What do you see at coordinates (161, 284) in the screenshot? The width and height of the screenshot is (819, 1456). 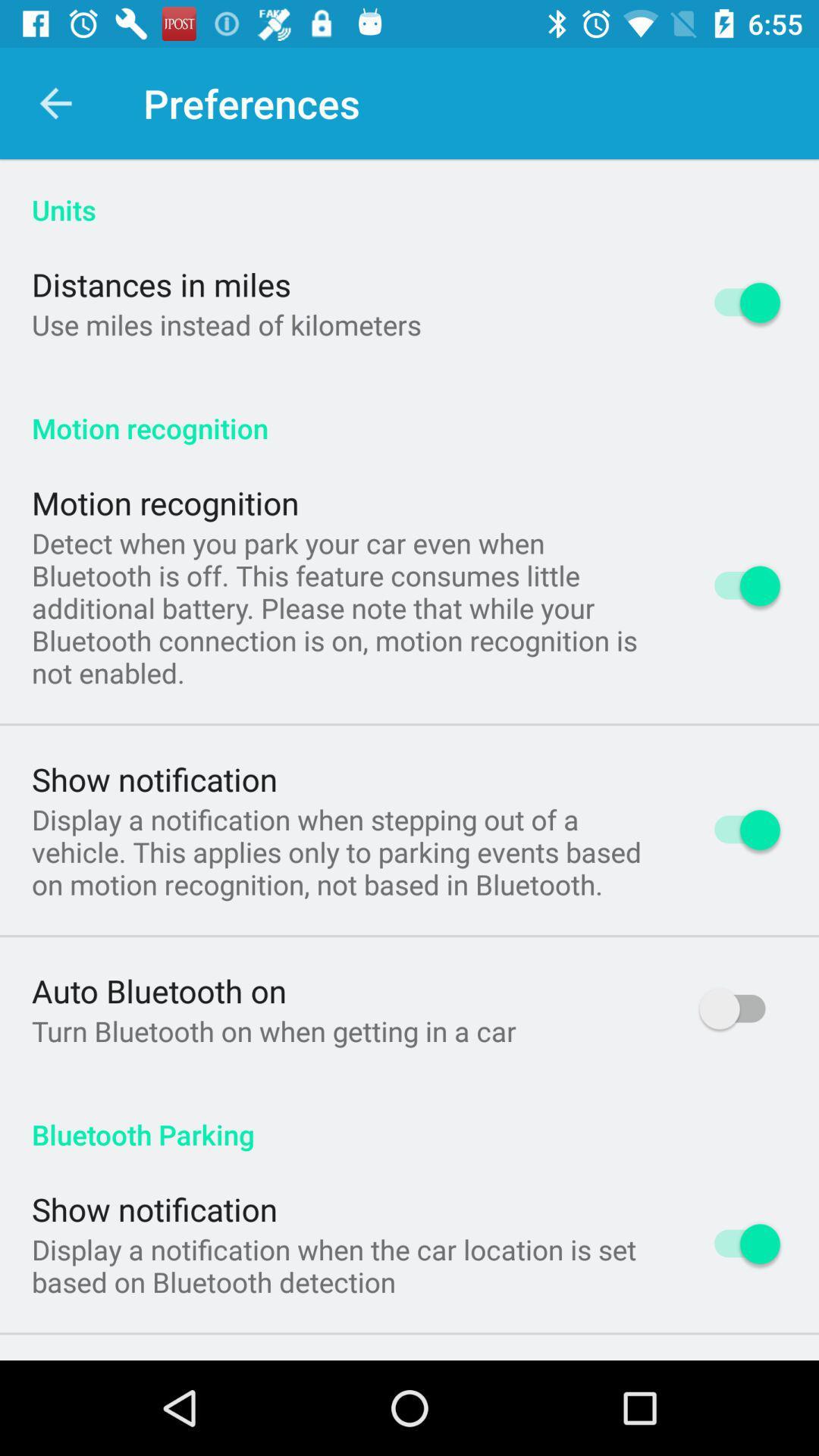 I see `distances in miles` at bounding box center [161, 284].